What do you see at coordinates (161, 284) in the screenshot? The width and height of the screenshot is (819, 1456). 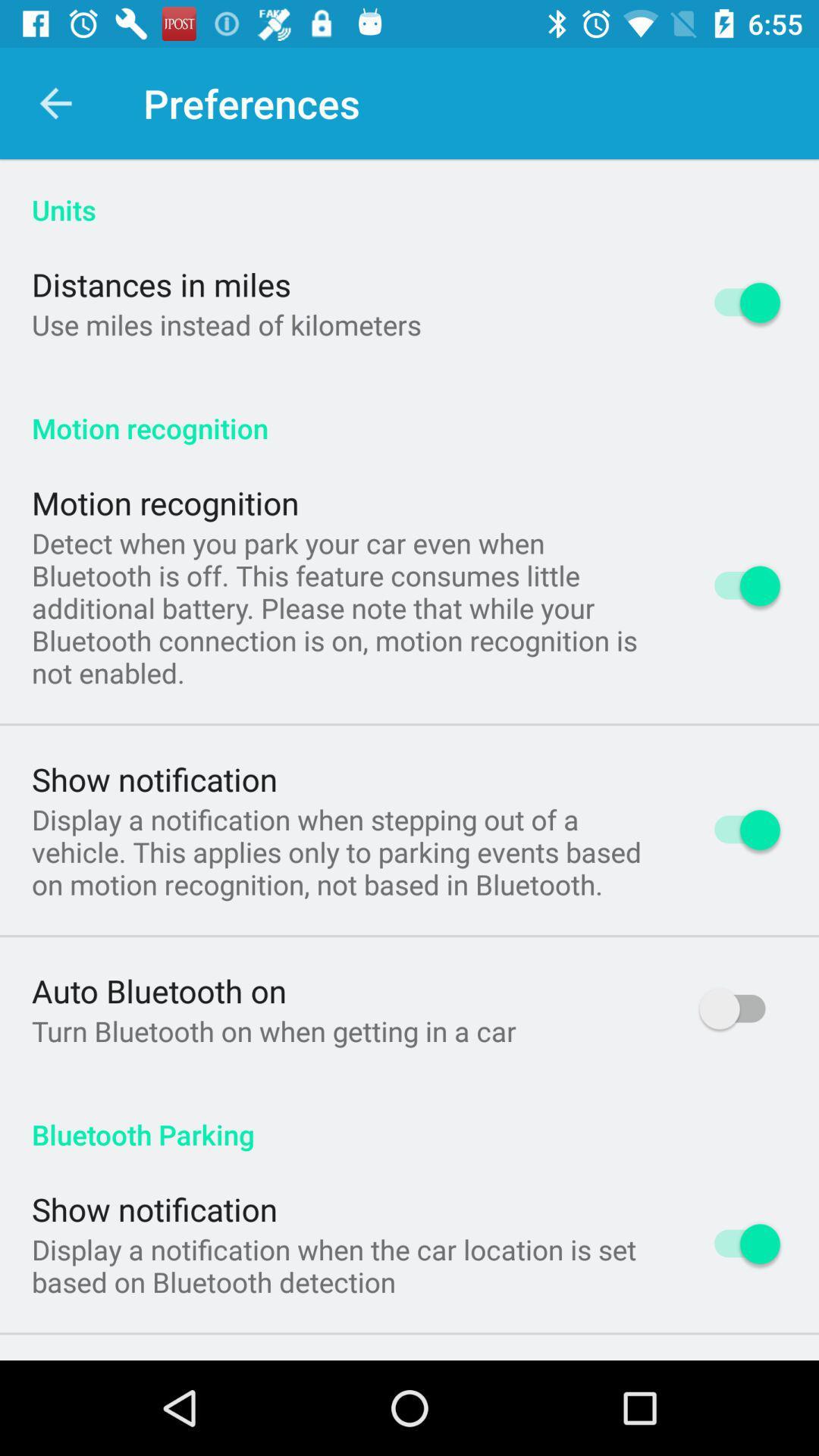 I see `distances in miles` at bounding box center [161, 284].